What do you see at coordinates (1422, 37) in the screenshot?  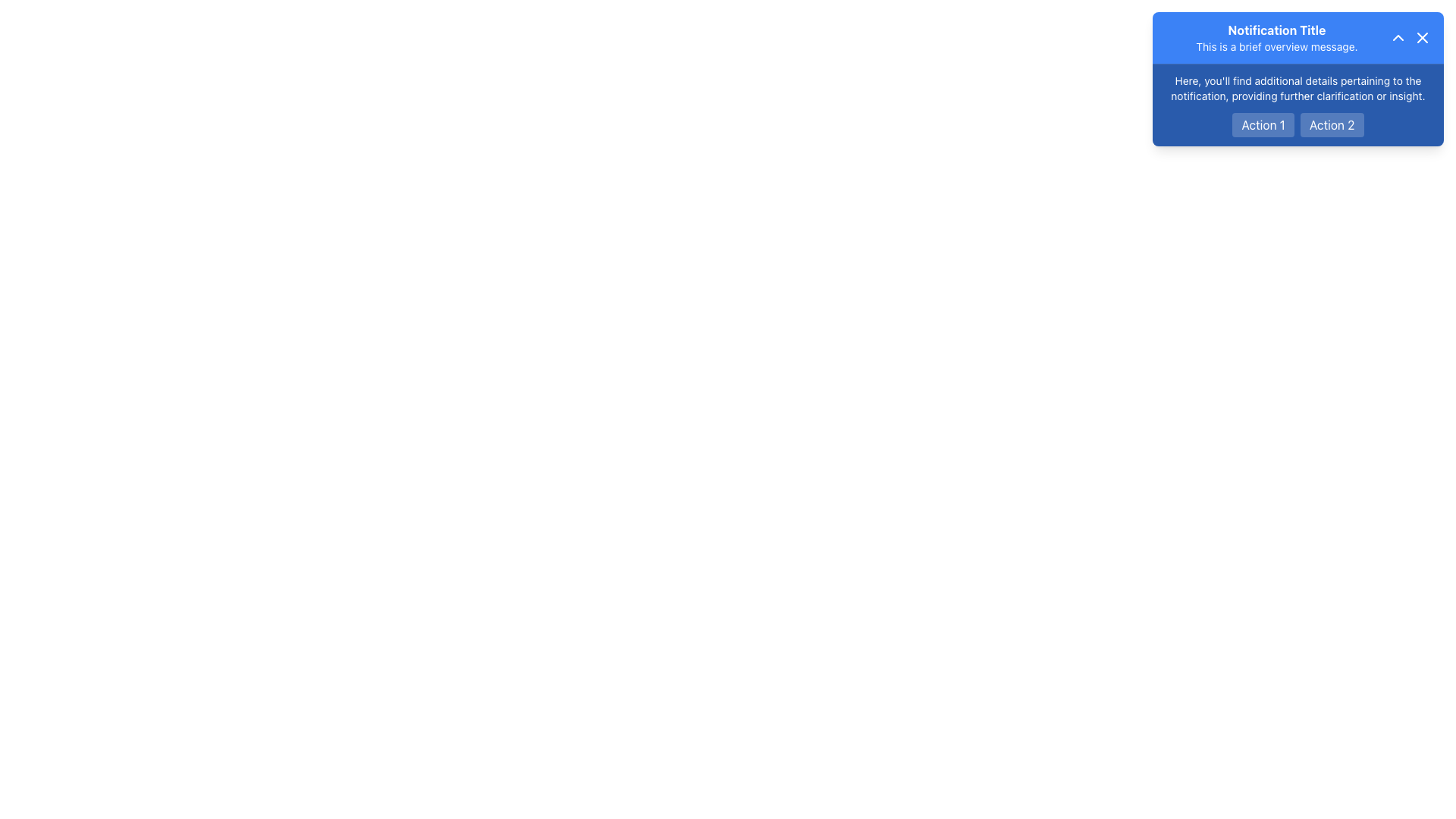 I see `the close button located at the top-right corner of the notification card` at bounding box center [1422, 37].